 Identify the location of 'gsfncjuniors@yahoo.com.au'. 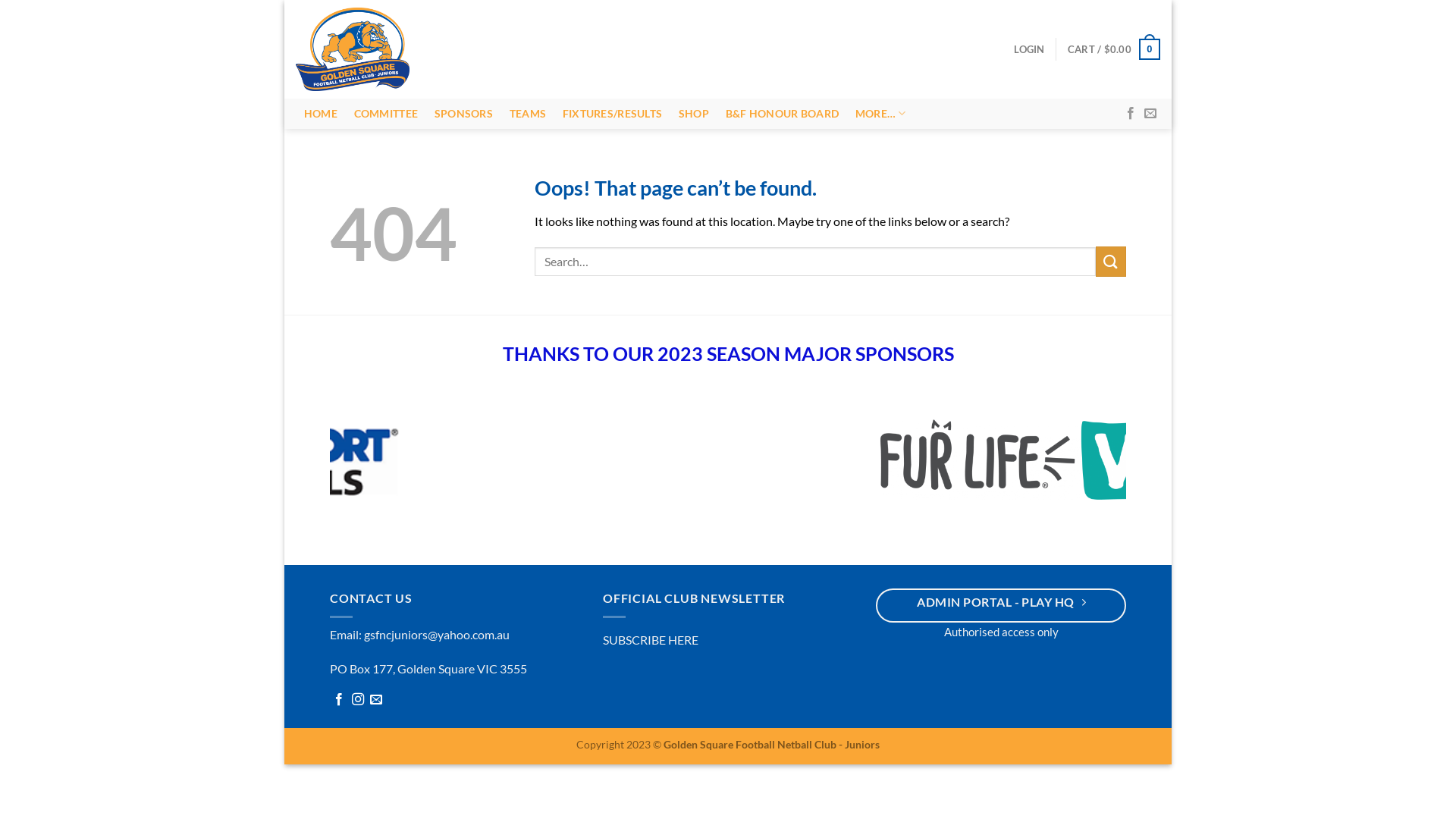
(436, 638).